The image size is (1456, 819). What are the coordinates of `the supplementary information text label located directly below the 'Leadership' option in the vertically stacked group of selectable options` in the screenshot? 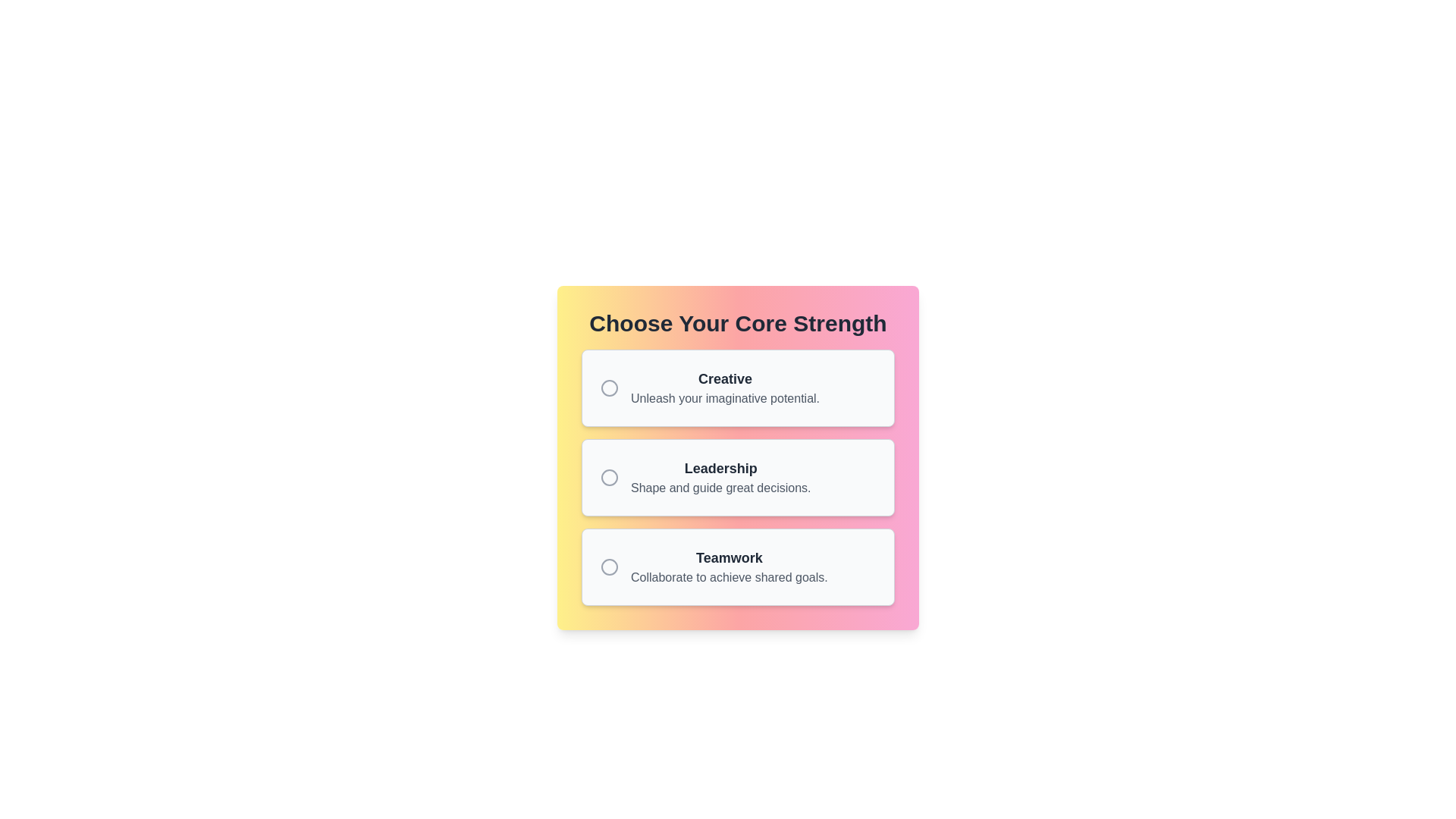 It's located at (720, 488).